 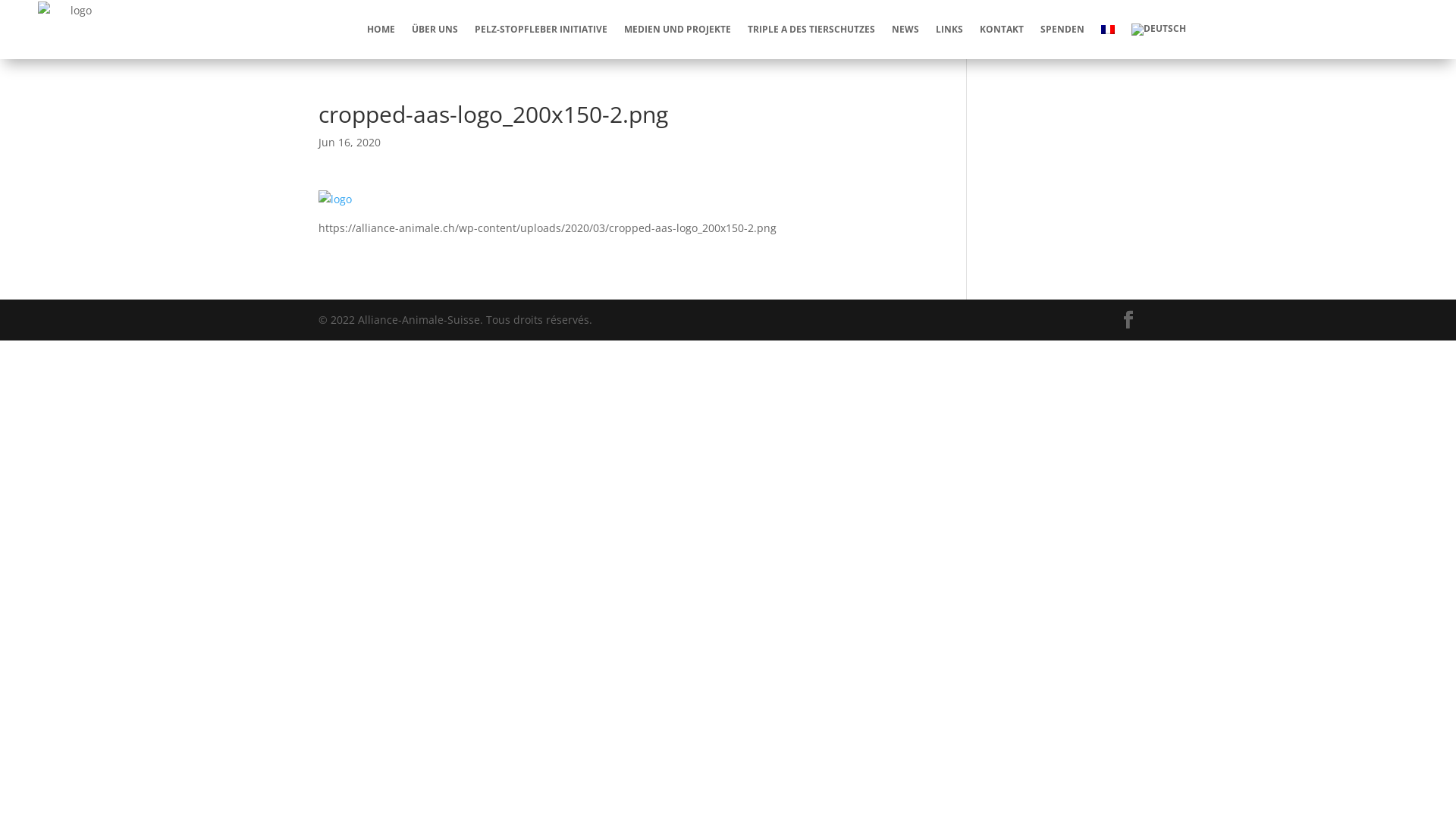 I want to click on 'LINKS', so click(x=934, y=29).